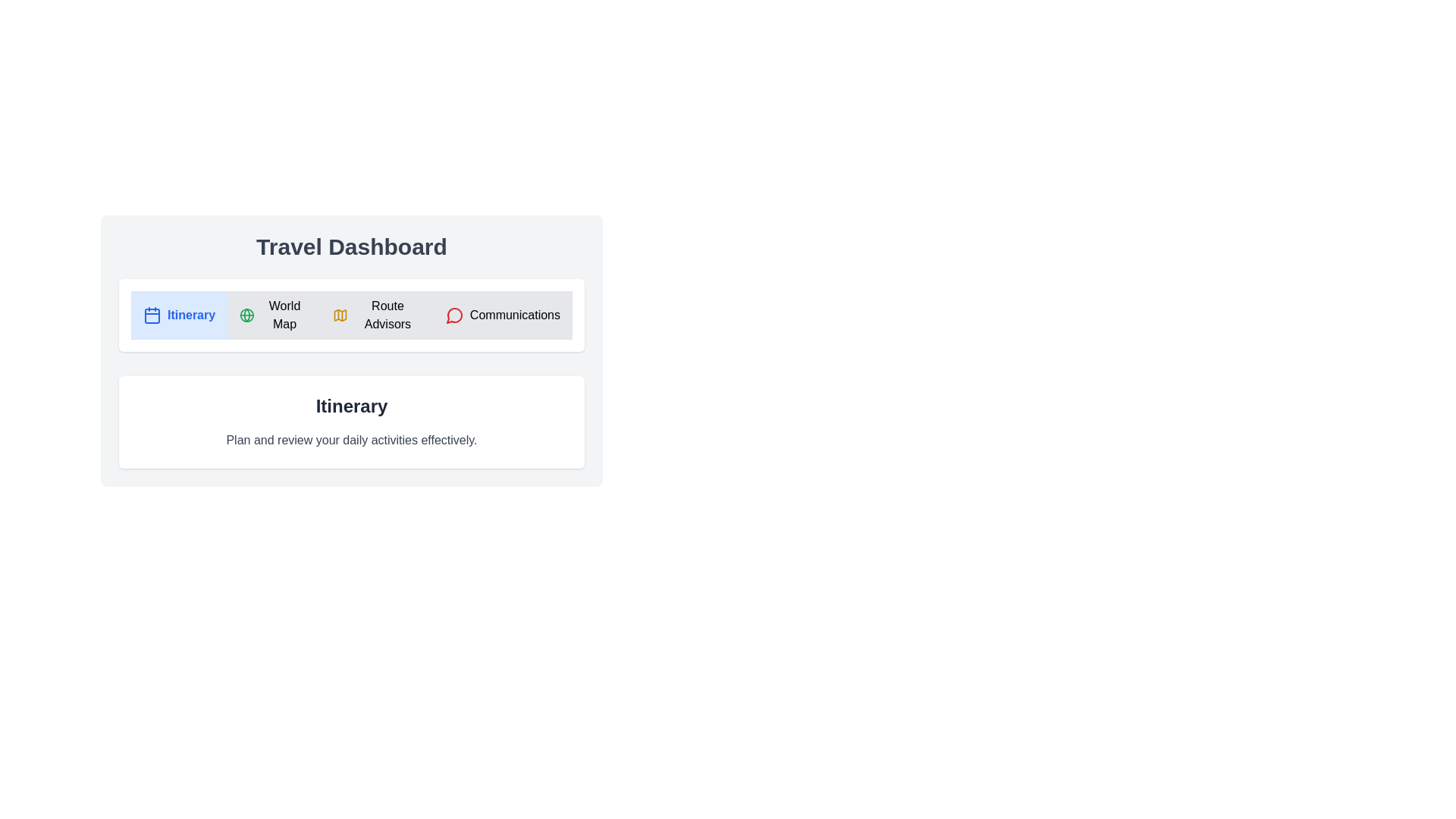 Image resolution: width=1456 pixels, height=819 pixels. What do you see at coordinates (377, 315) in the screenshot?
I see `the tab titled Route Advisors to switch to it` at bounding box center [377, 315].